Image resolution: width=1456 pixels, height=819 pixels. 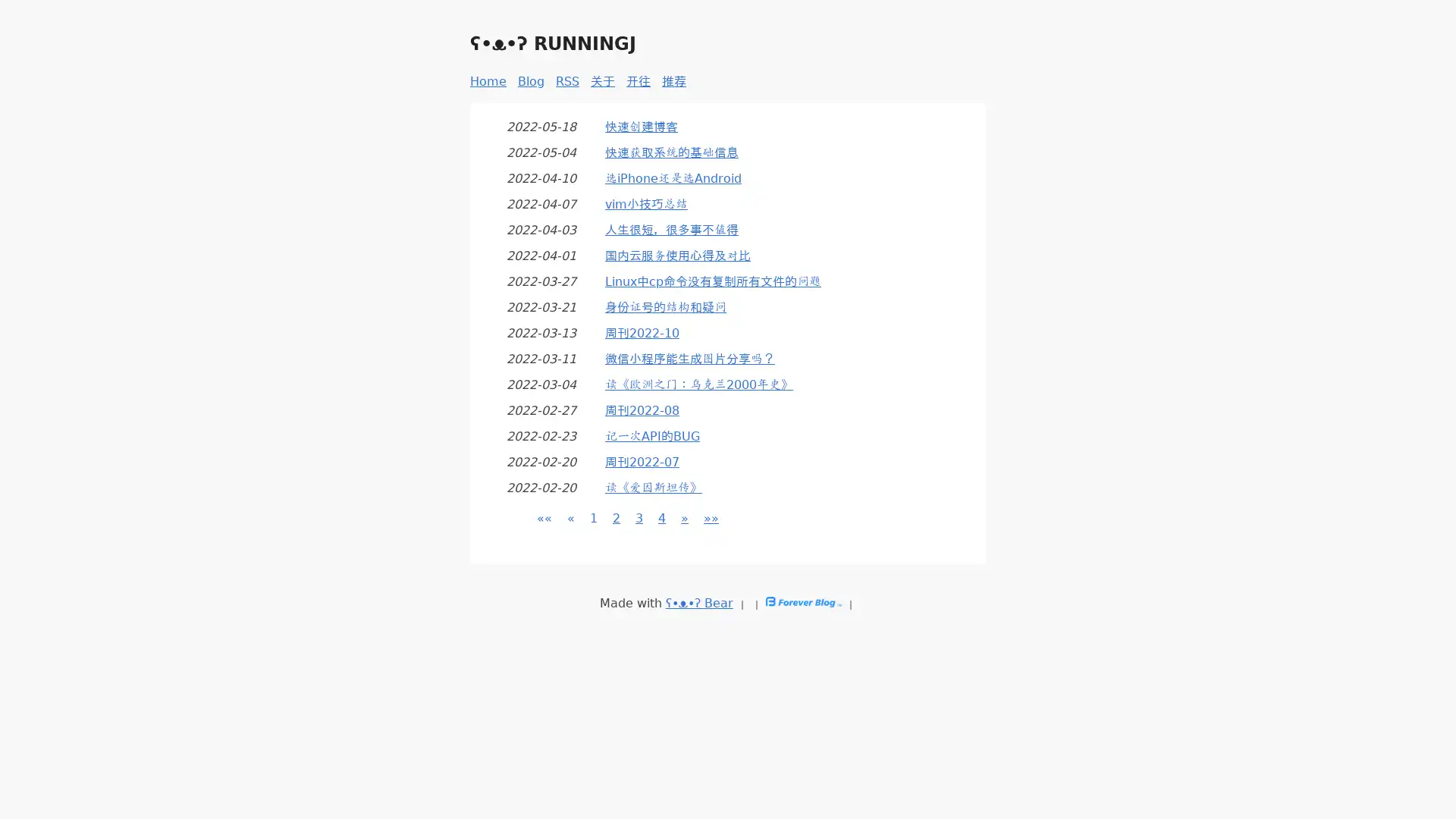 What do you see at coordinates (544, 516) in the screenshot?
I see `First` at bounding box center [544, 516].